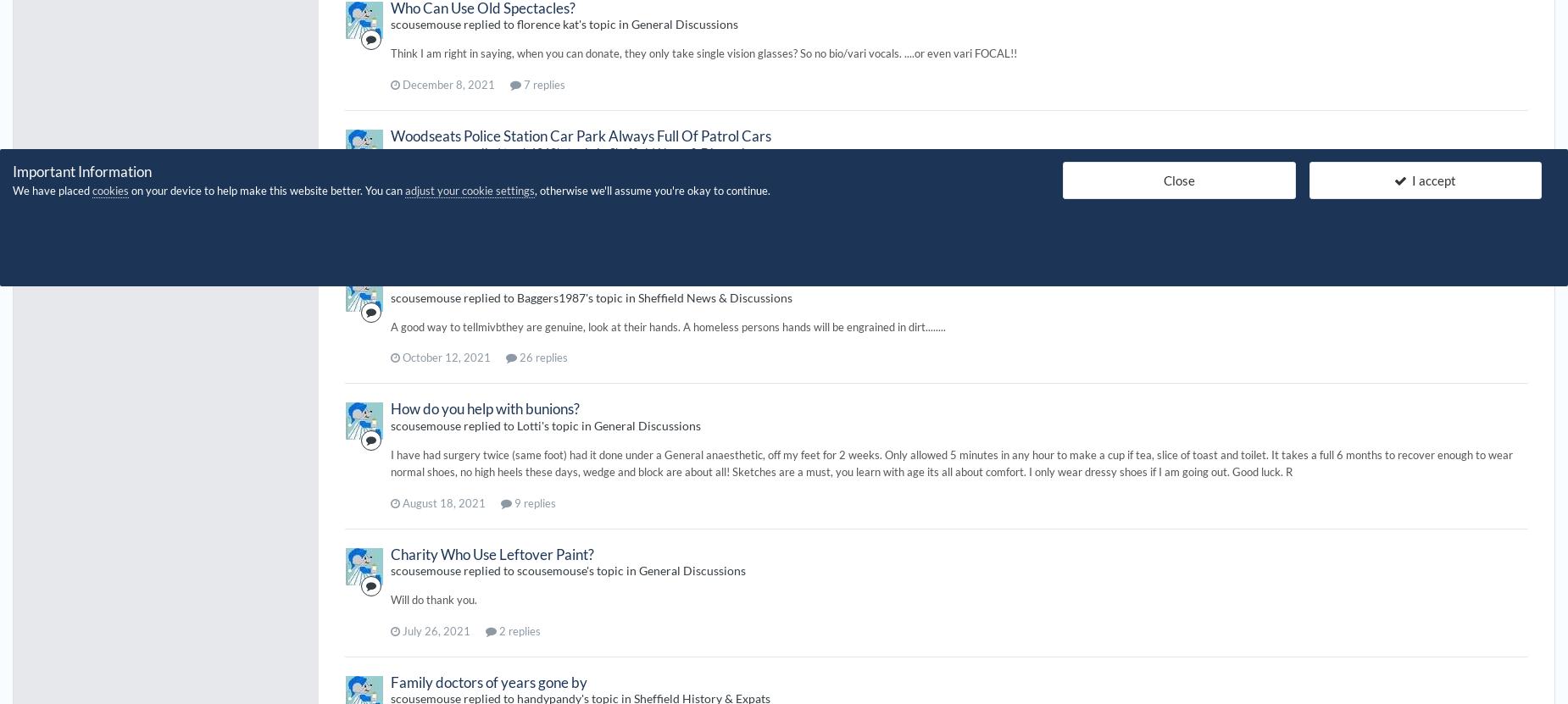 This screenshot has height=704, width=1568. I want to click on '9 replies', so click(533, 502).